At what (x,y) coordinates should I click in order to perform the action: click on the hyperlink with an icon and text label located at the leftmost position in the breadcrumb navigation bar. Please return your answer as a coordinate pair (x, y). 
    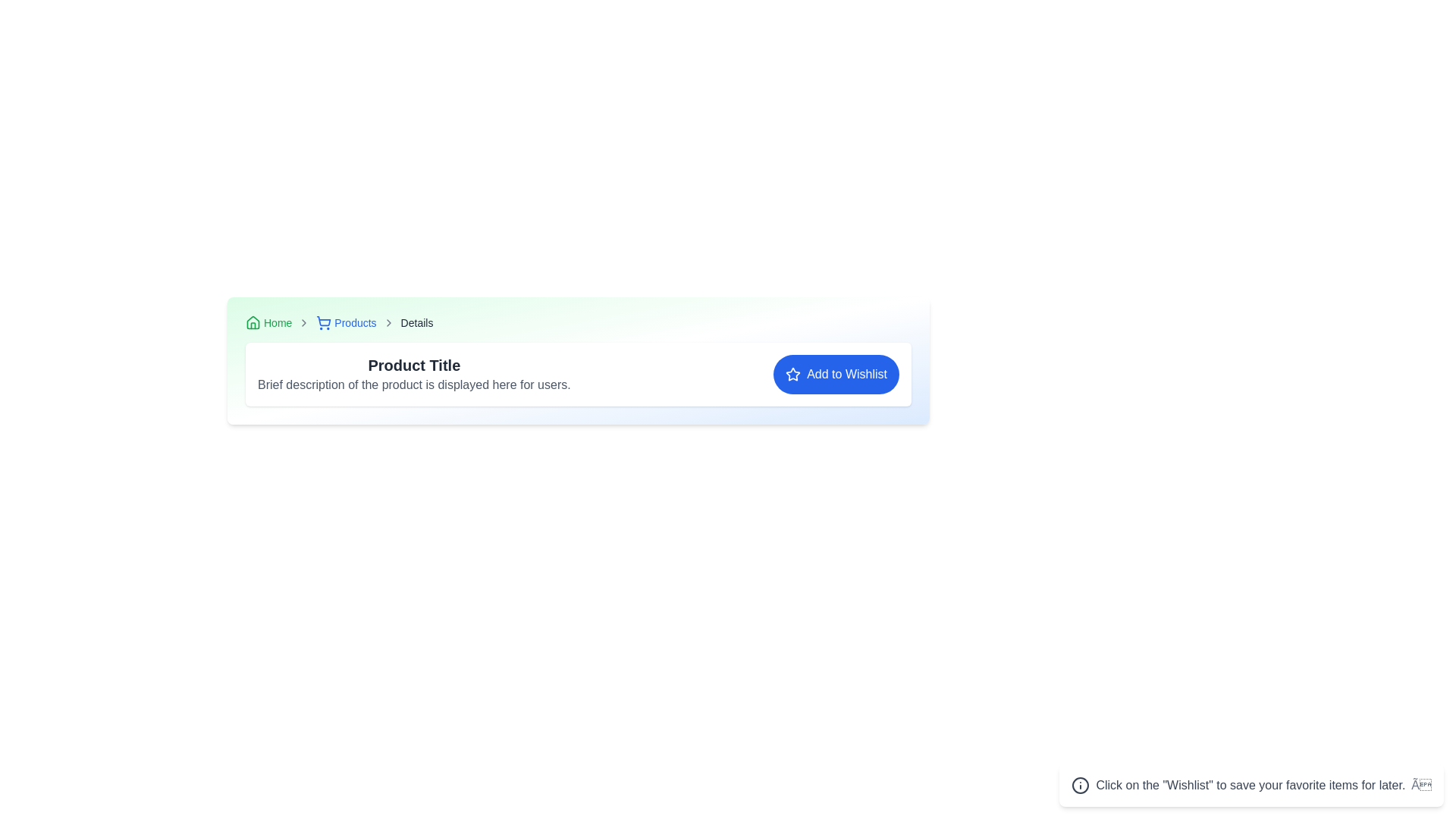
    Looking at the image, I should click on (268, 322).